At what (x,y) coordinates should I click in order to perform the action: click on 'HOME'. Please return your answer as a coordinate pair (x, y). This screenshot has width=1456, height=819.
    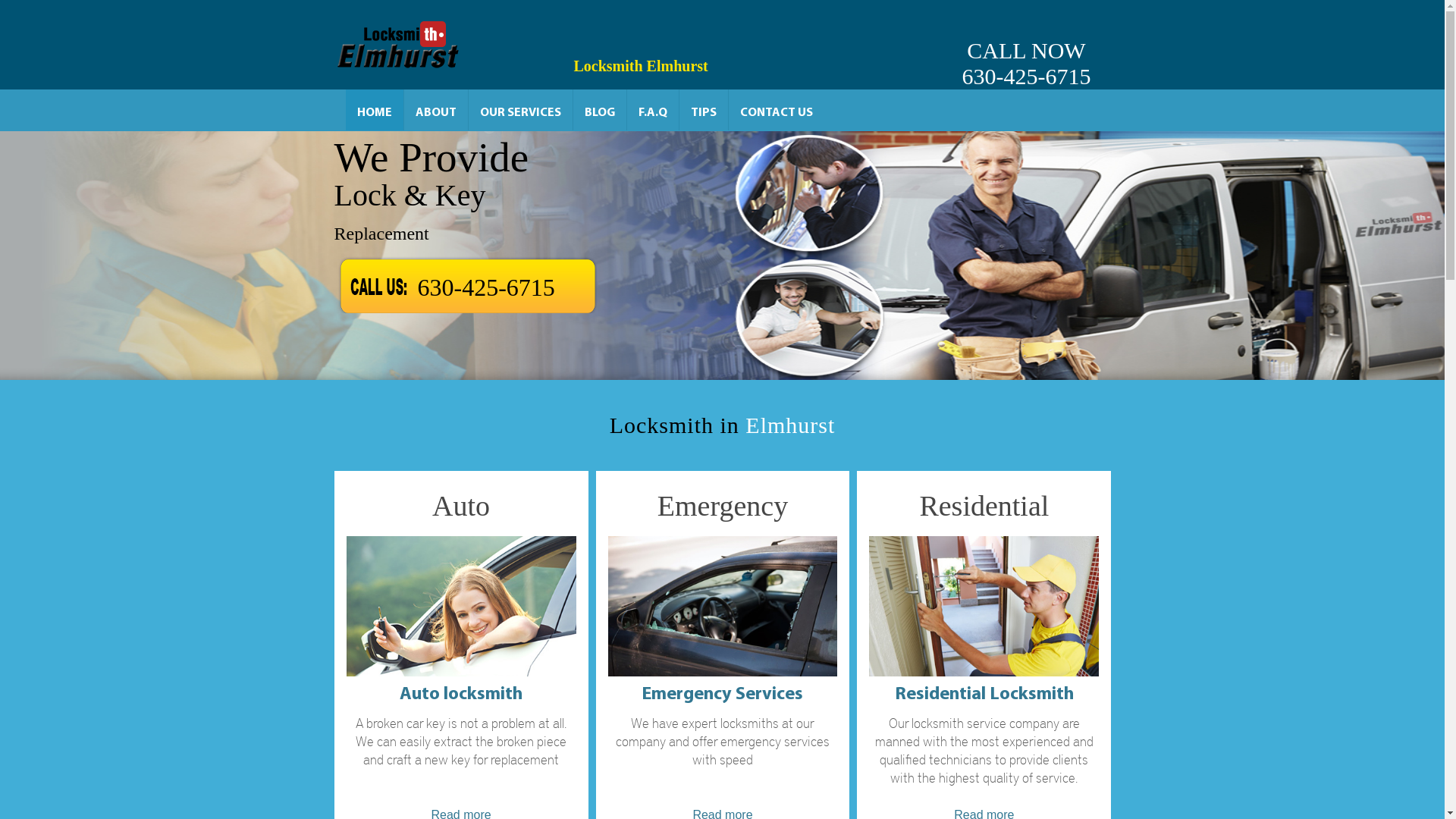
    Looking at the image, I should click on (375, 109).